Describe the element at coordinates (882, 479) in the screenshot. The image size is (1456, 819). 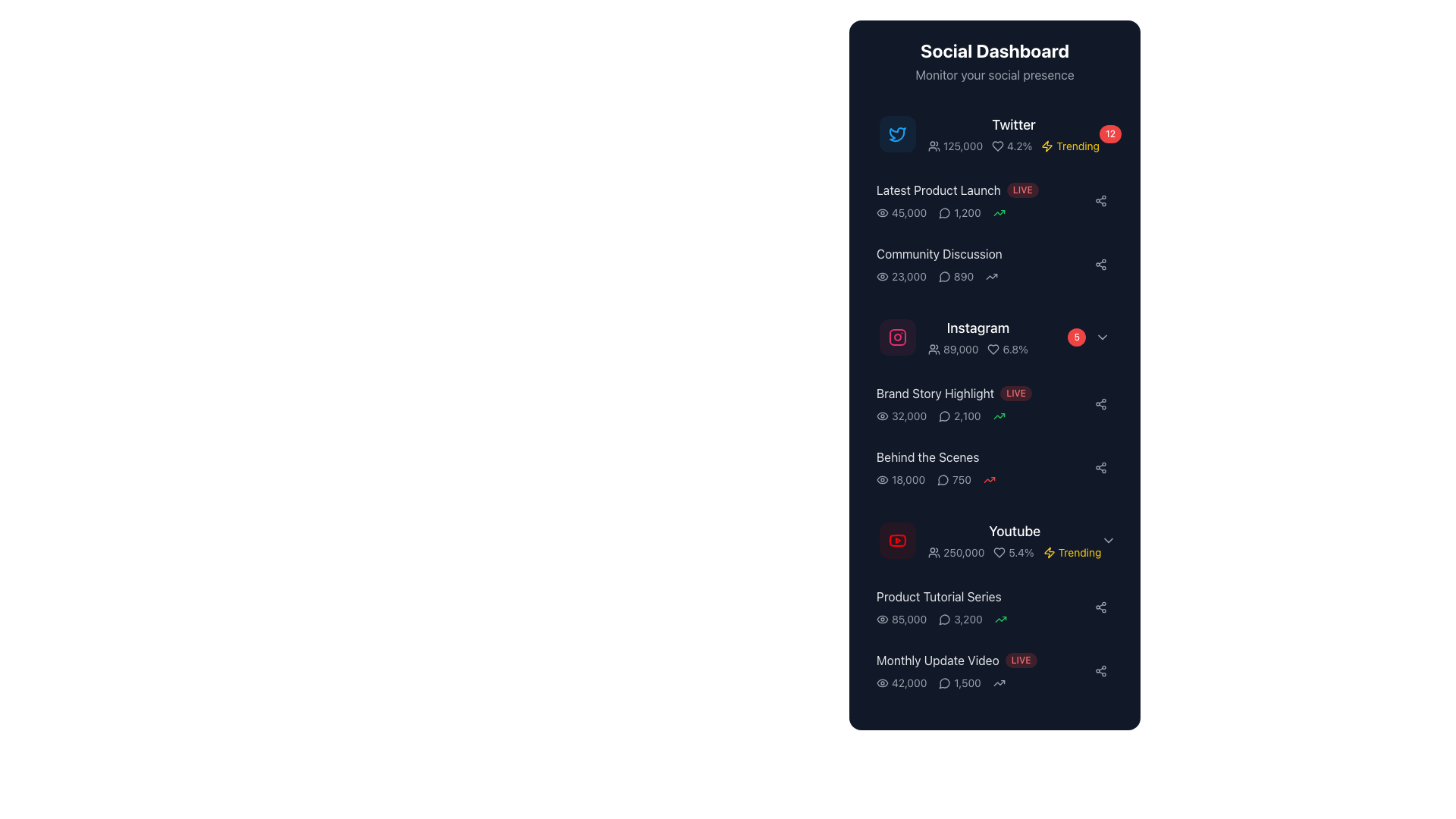
I see `the visibility indicator icon located in the 'Behind the Scenes' section of the dashboard, positioned to the left of the numerical value '18,000'` at that location.